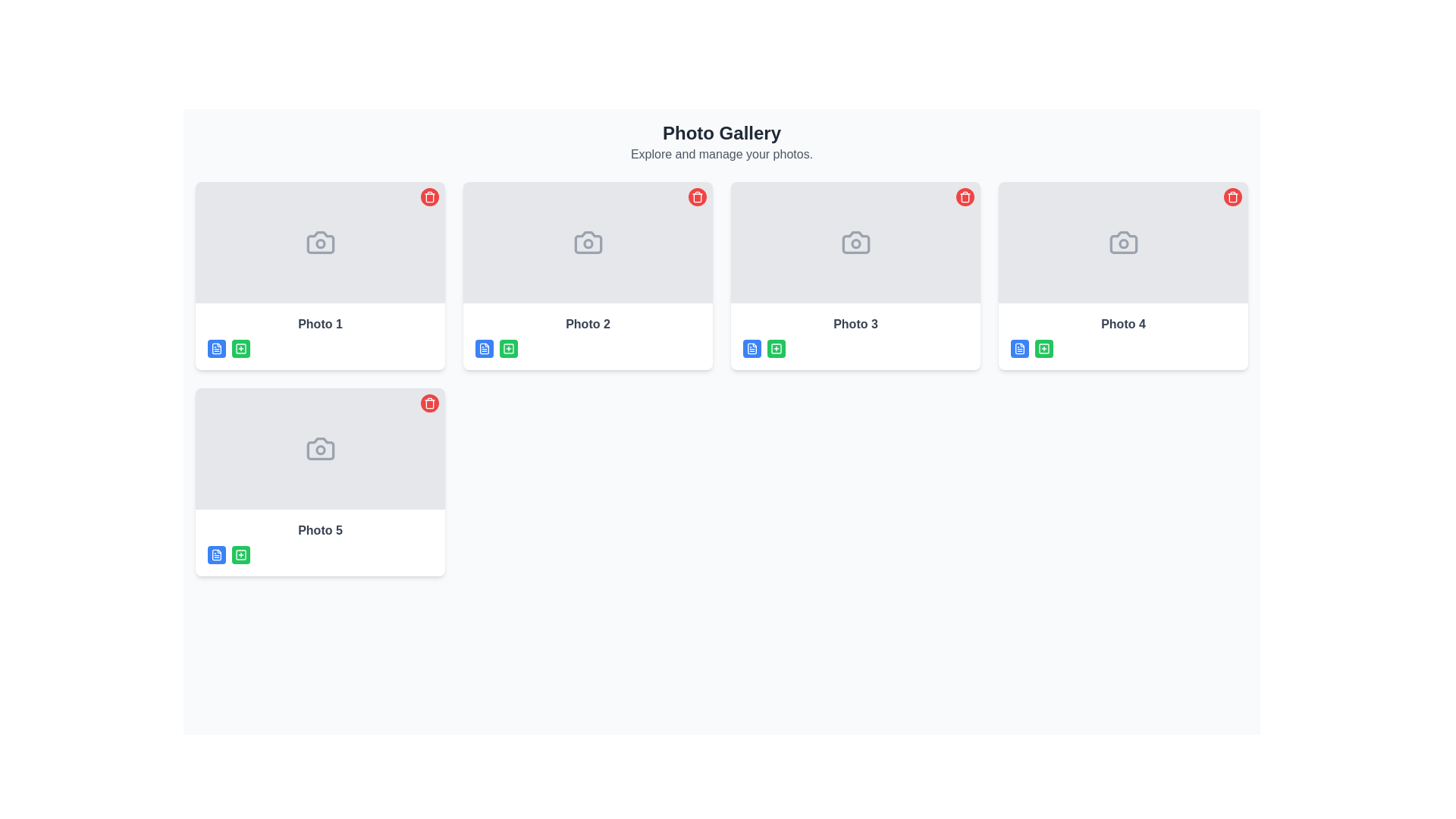 Image resolution: width=1456 pixels, height=819 pixels. What do you see at coordinates (587, 242) in the screenshot?
I see `the photo placeholder icon located in the second card of the top row in the photo gallery grid, labeled 'Photo 2'` at bounding box center [587, 242].